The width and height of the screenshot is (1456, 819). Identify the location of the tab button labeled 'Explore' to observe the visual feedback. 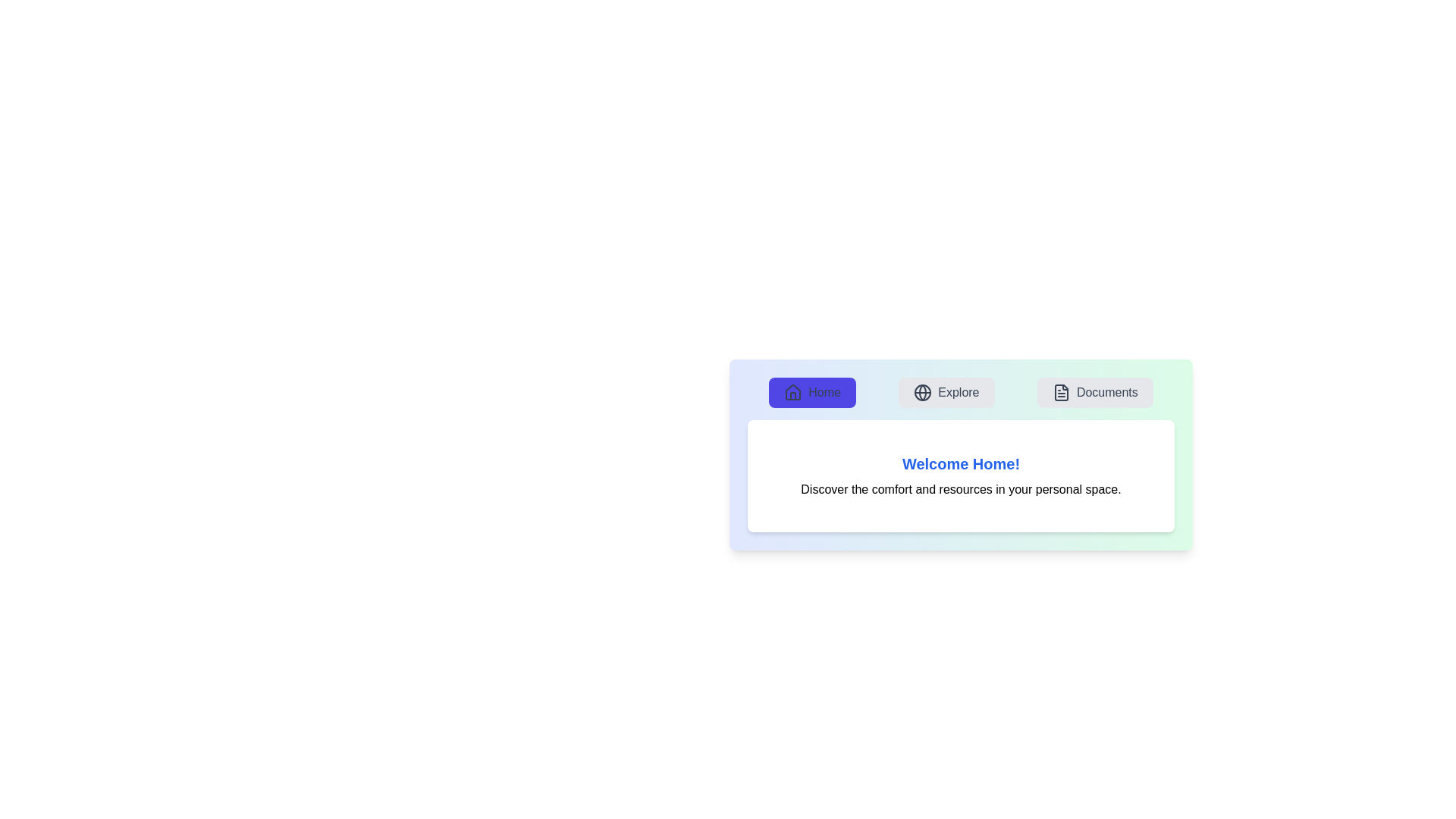
(946, 391).